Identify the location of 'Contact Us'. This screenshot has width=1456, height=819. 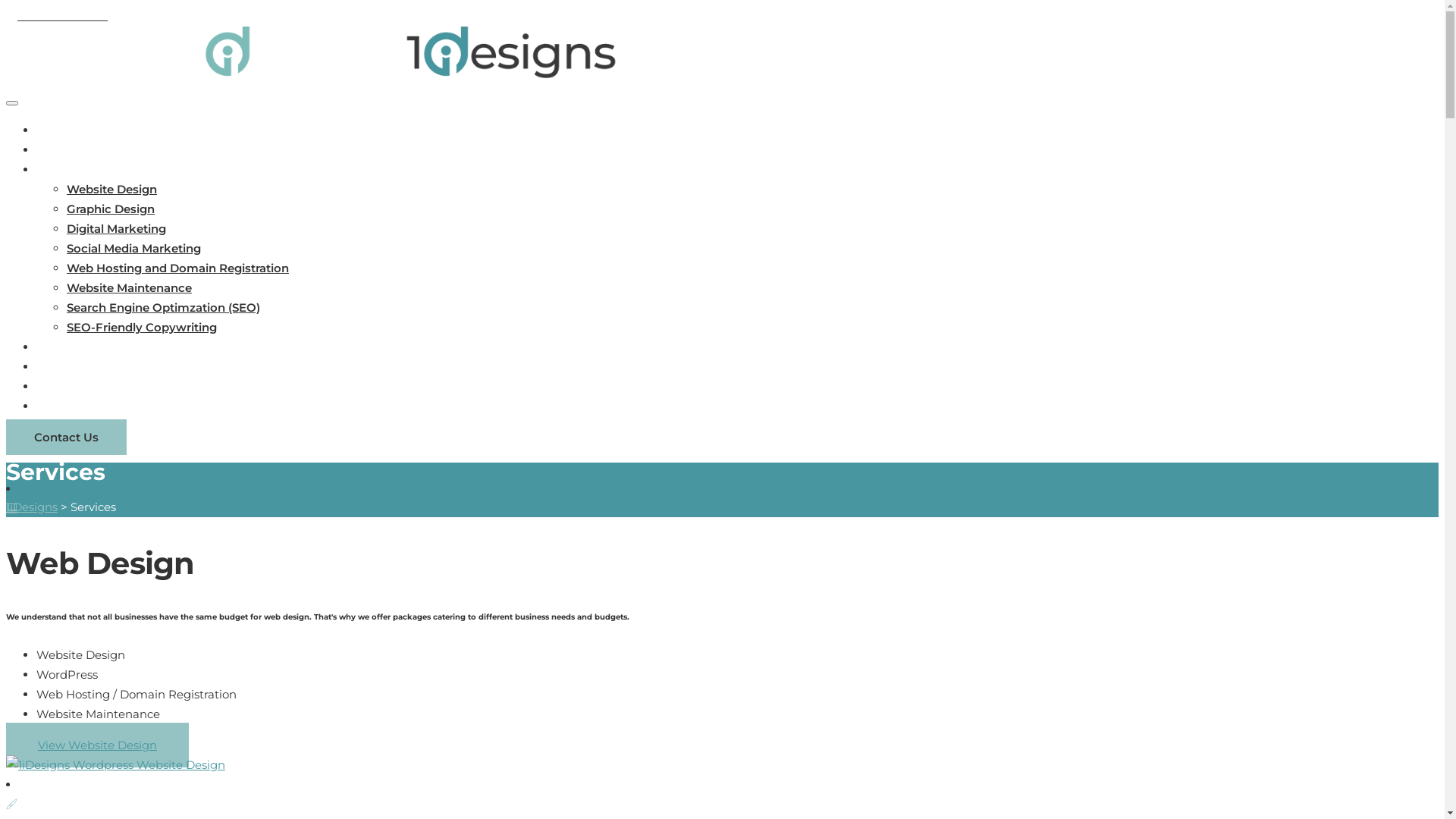
(65, 437).